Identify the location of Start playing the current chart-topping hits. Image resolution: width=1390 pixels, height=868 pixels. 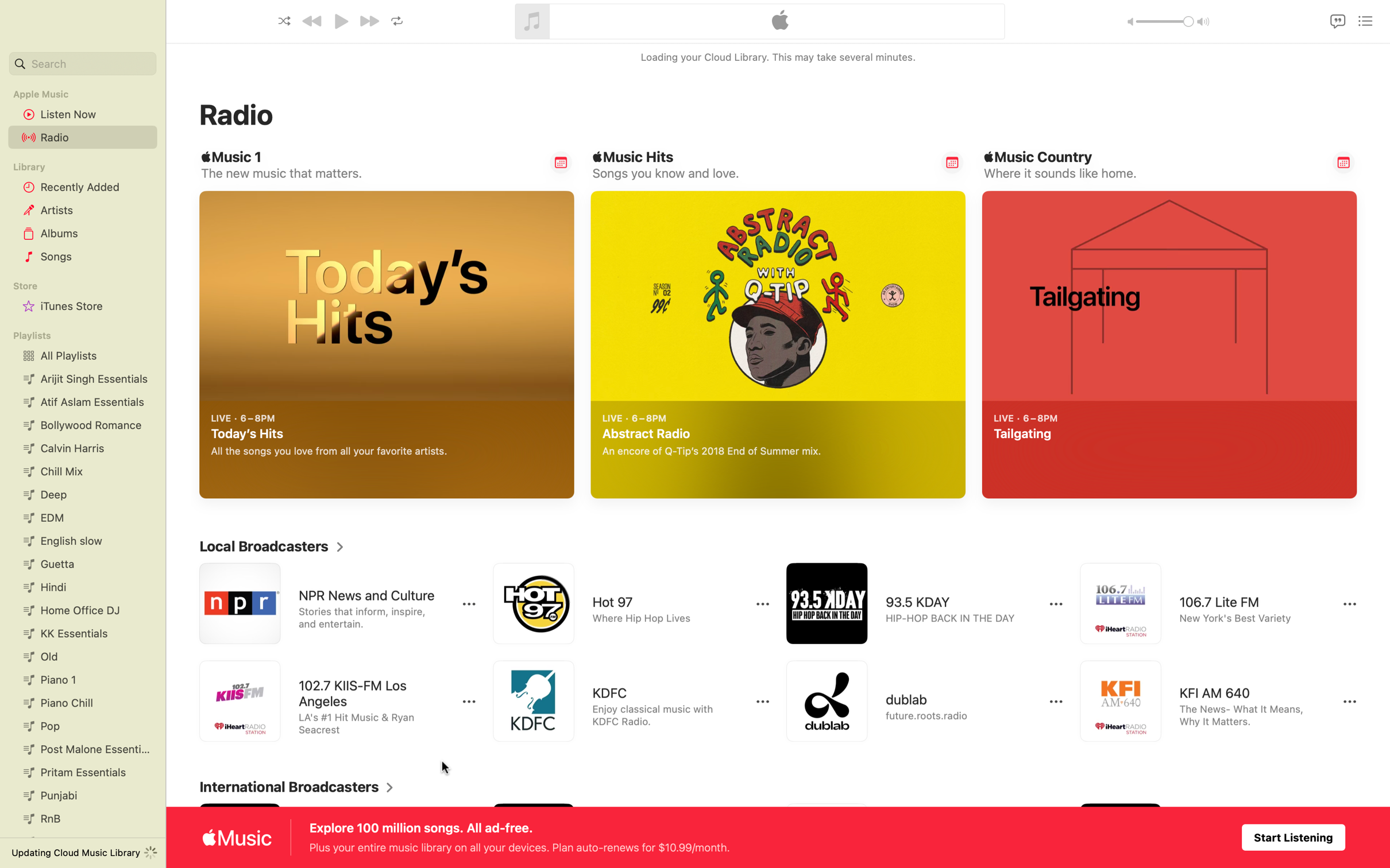
(1303820, 723478).